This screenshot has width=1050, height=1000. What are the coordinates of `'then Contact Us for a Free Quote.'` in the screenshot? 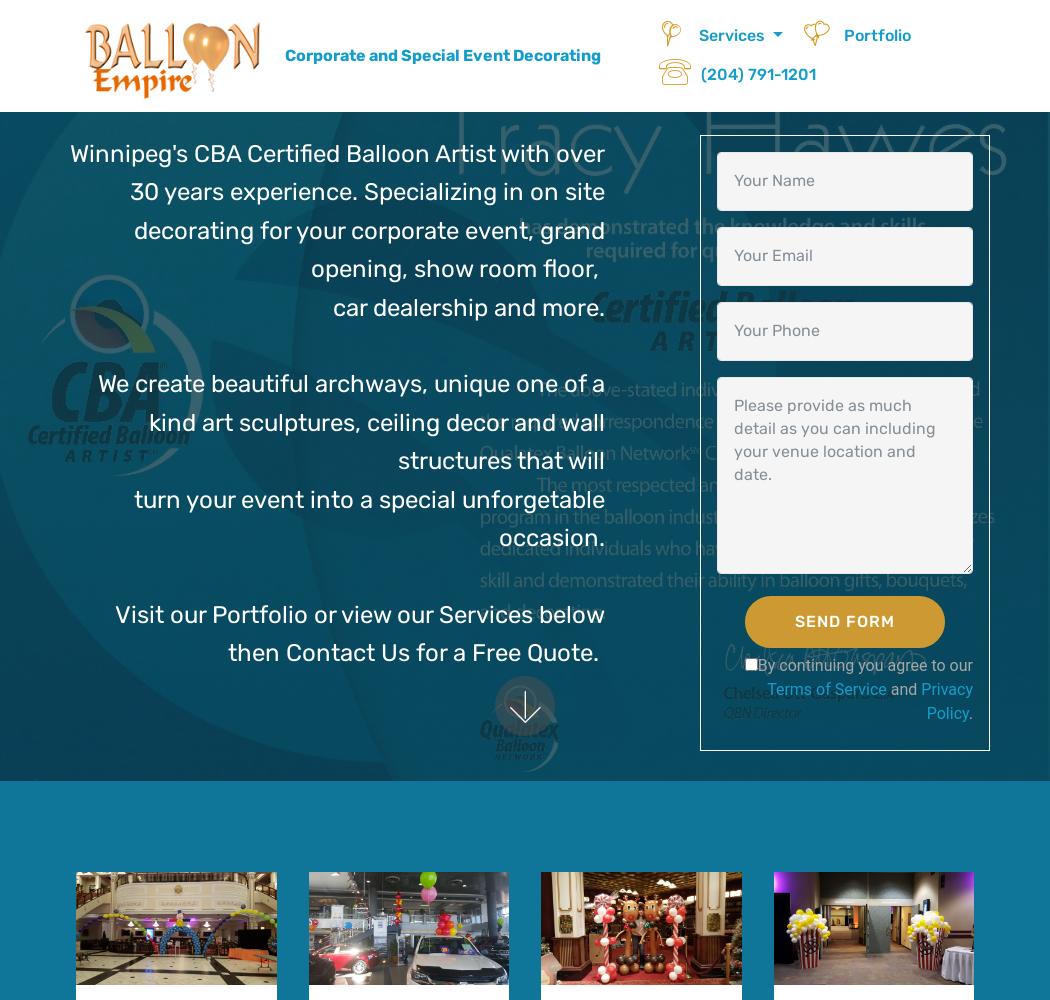 It's located at (227, 653).